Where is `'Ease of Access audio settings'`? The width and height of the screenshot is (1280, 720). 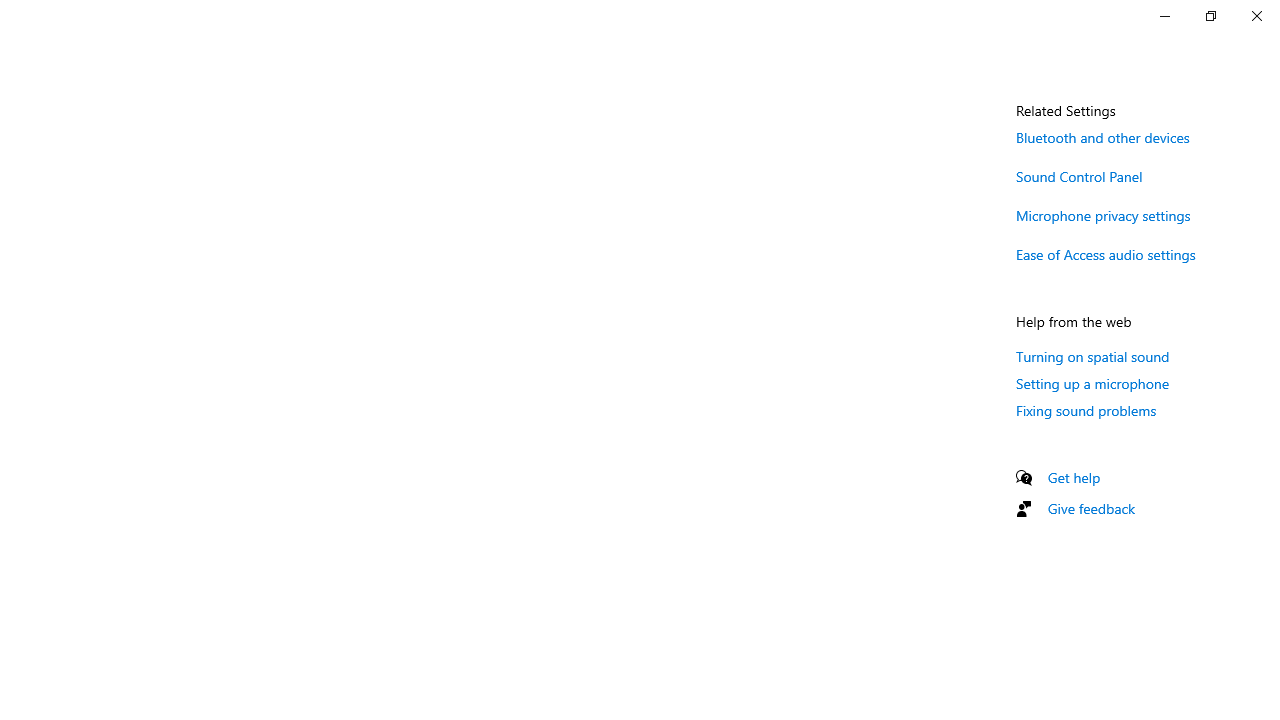
'Ease of Access audio settings' is located at coordinates (1104, 253).